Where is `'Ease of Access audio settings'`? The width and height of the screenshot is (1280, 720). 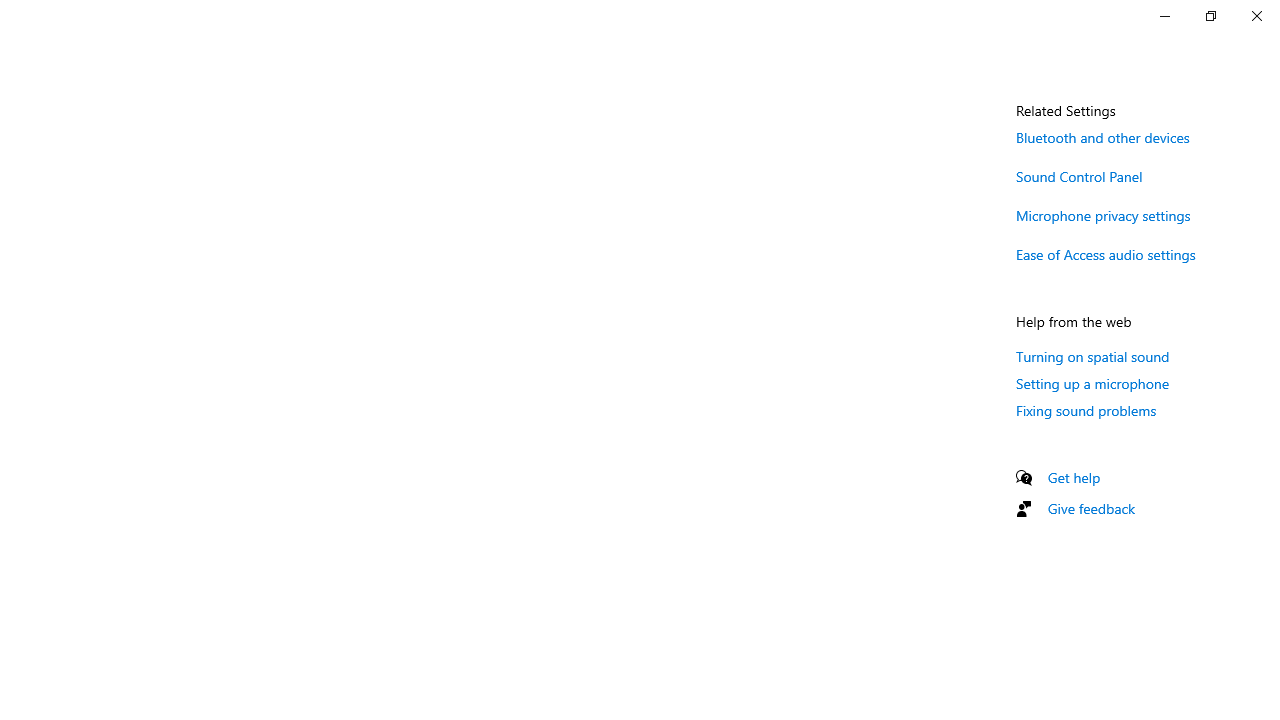
'Ease of Access audio settings' is located at coordinates (1104, 253).